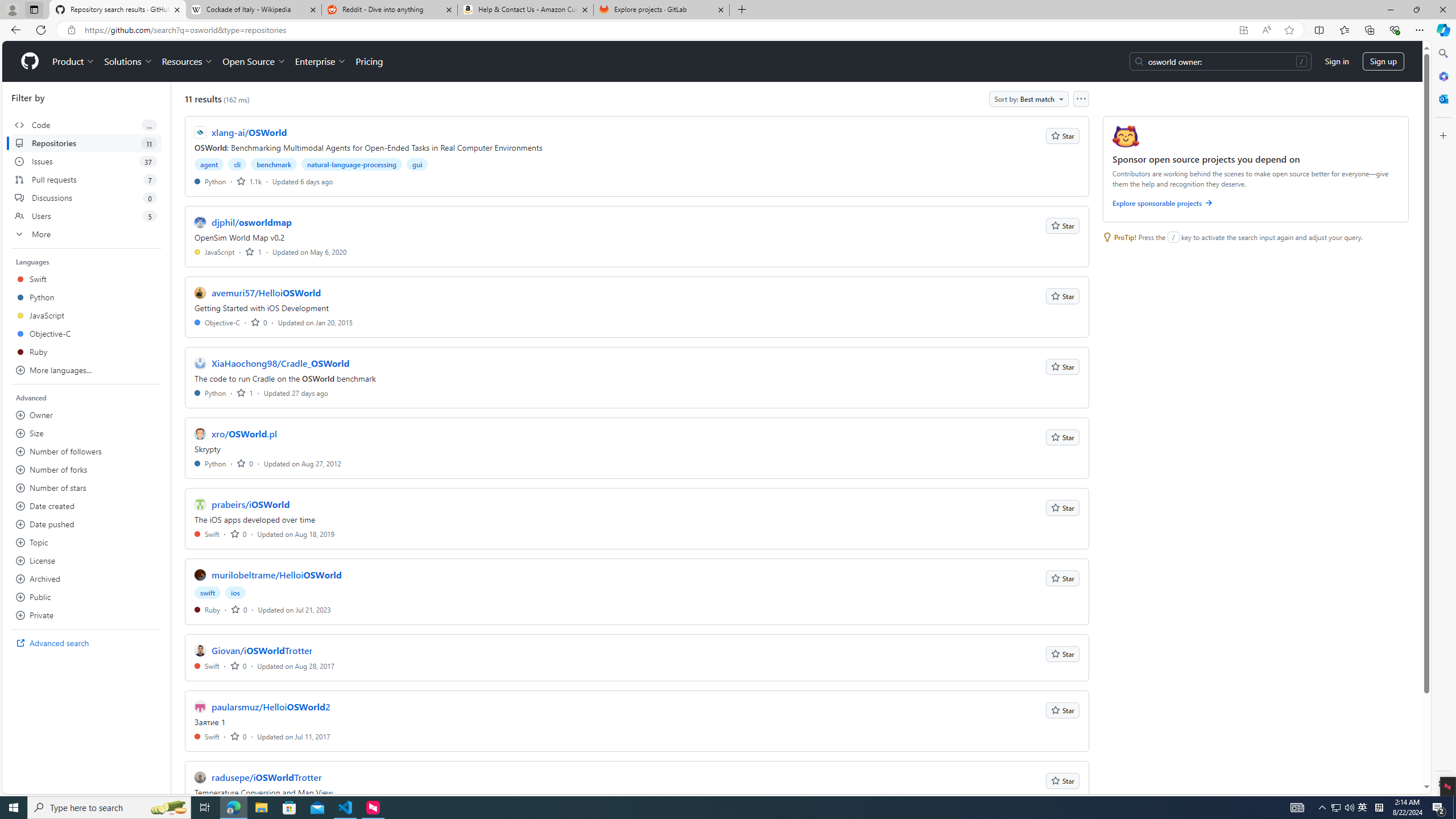 The height and width of the screenshot is (819, 1456). Describe the element at coordinates (248, 131) in the screenshot. I see `'xlang-ai/OSWorld'` at that location.